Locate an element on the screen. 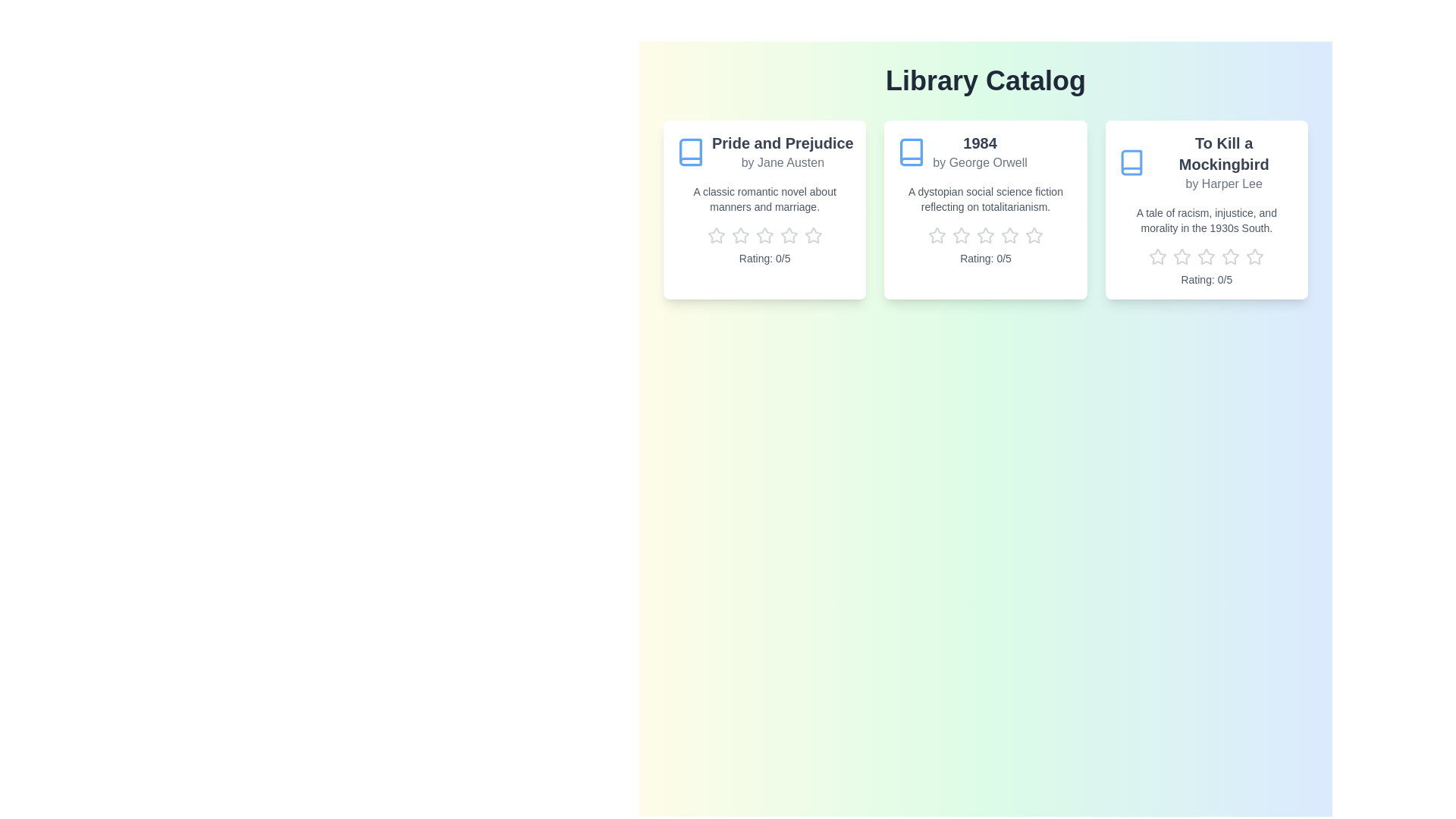 The image size is (1456, 819). the rating of the book 'To Kill a Mockingbird' to 3 stars by clicking the corresponding star is located at coordinates (1206, 256).